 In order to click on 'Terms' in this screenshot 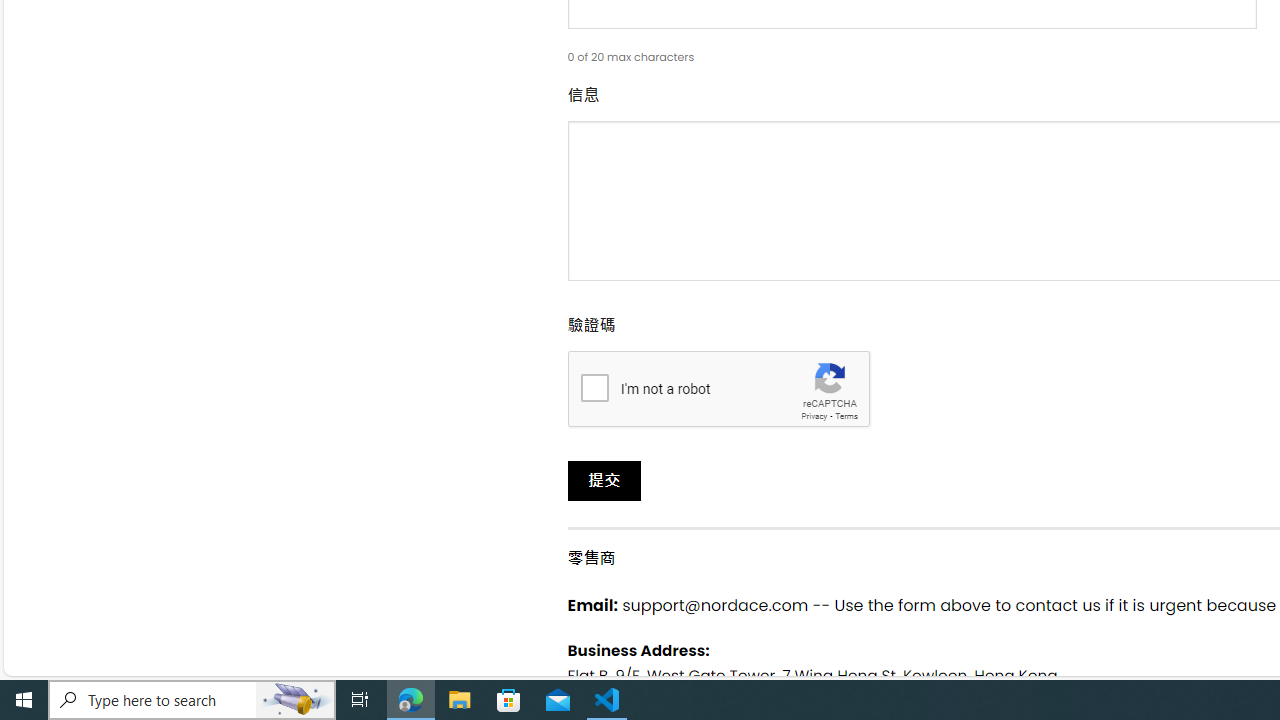, I will do `click(846, 415)`.